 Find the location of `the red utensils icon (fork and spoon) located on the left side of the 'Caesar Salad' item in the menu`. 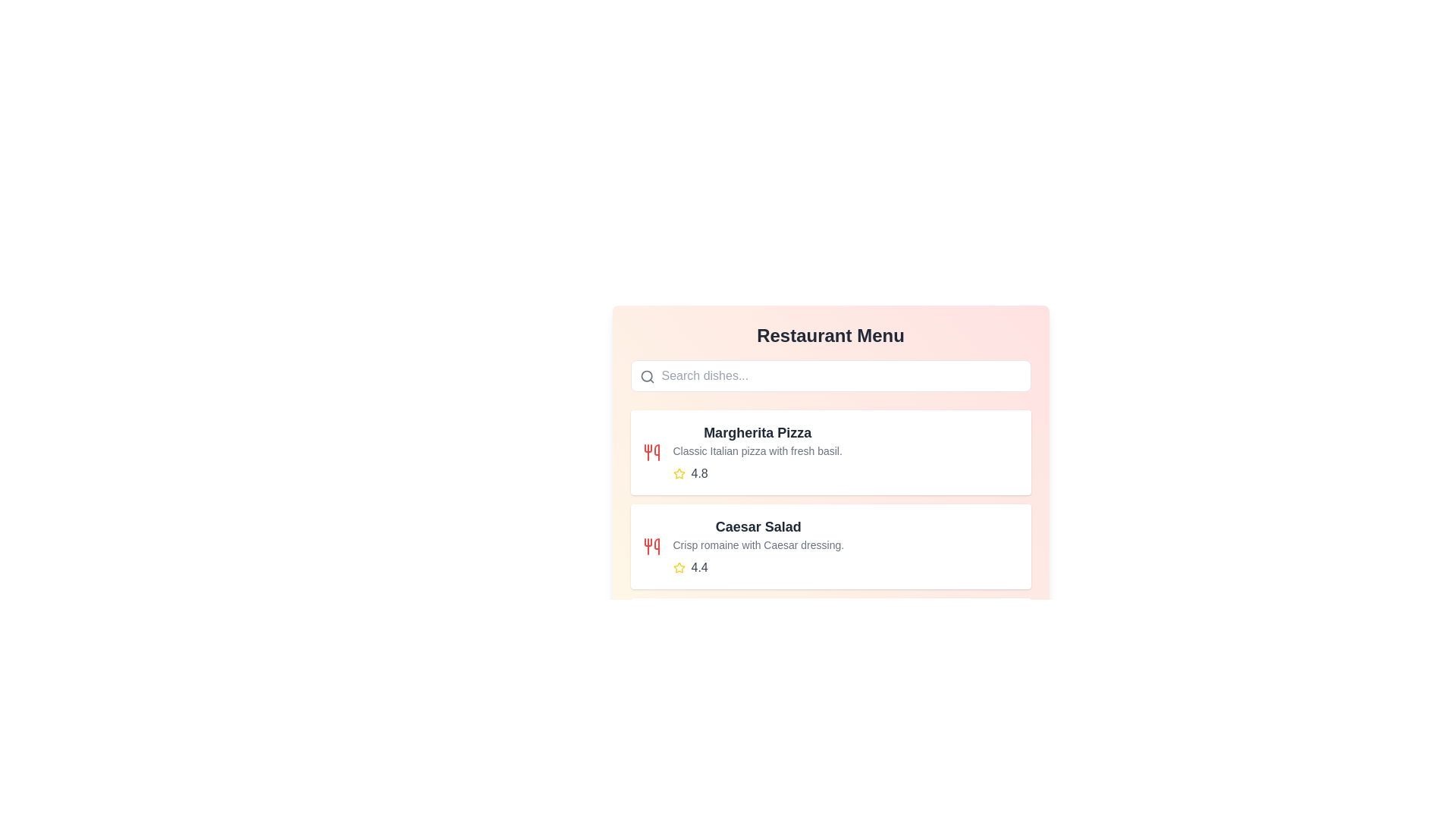

the red utensils icon (fork and spoon) located on the left side of the 'Caesar Salad' item in the menu is located at coordinates (651, 547).